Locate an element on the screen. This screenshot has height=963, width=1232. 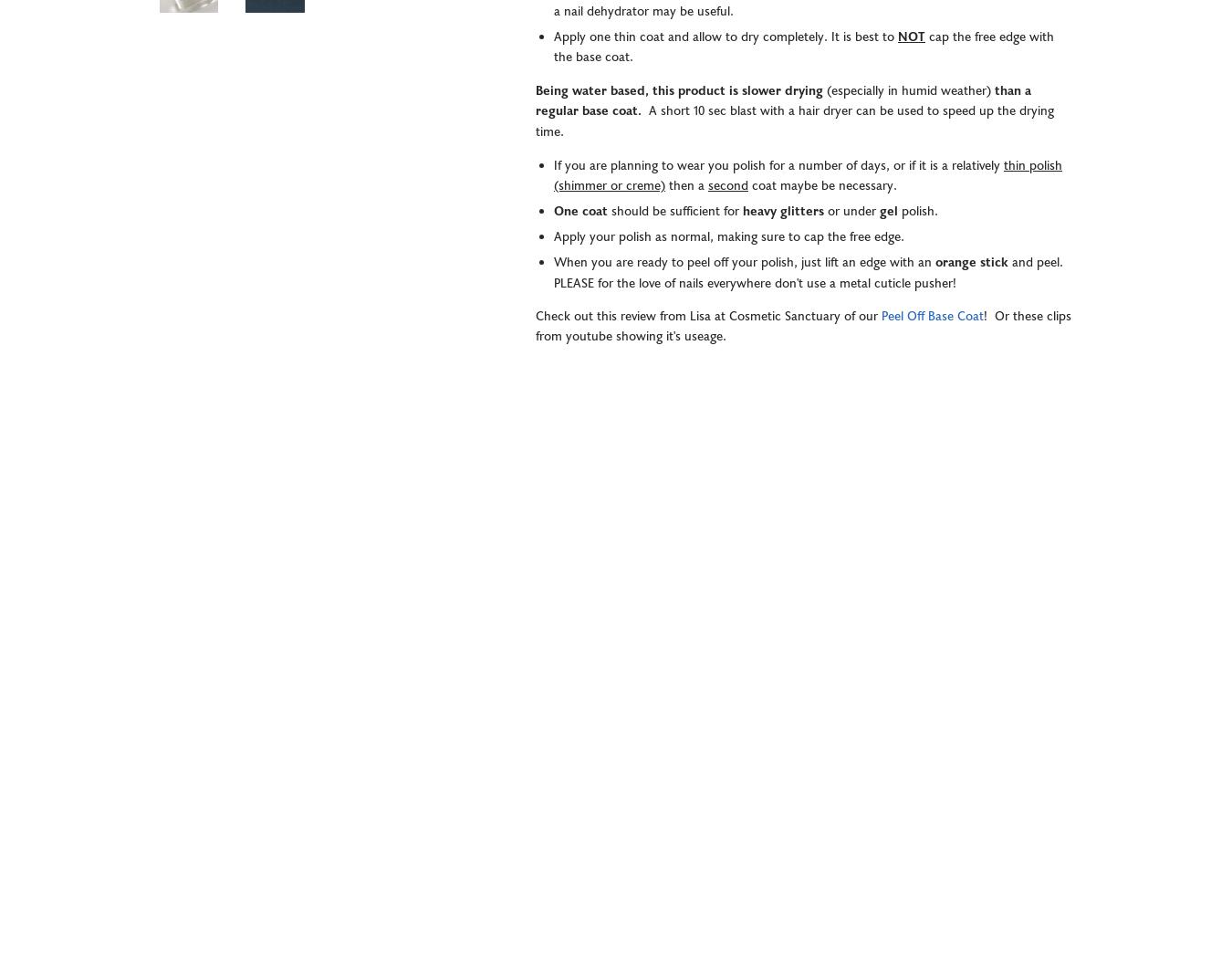
'orange stick' is located at coordinates (972, 263).